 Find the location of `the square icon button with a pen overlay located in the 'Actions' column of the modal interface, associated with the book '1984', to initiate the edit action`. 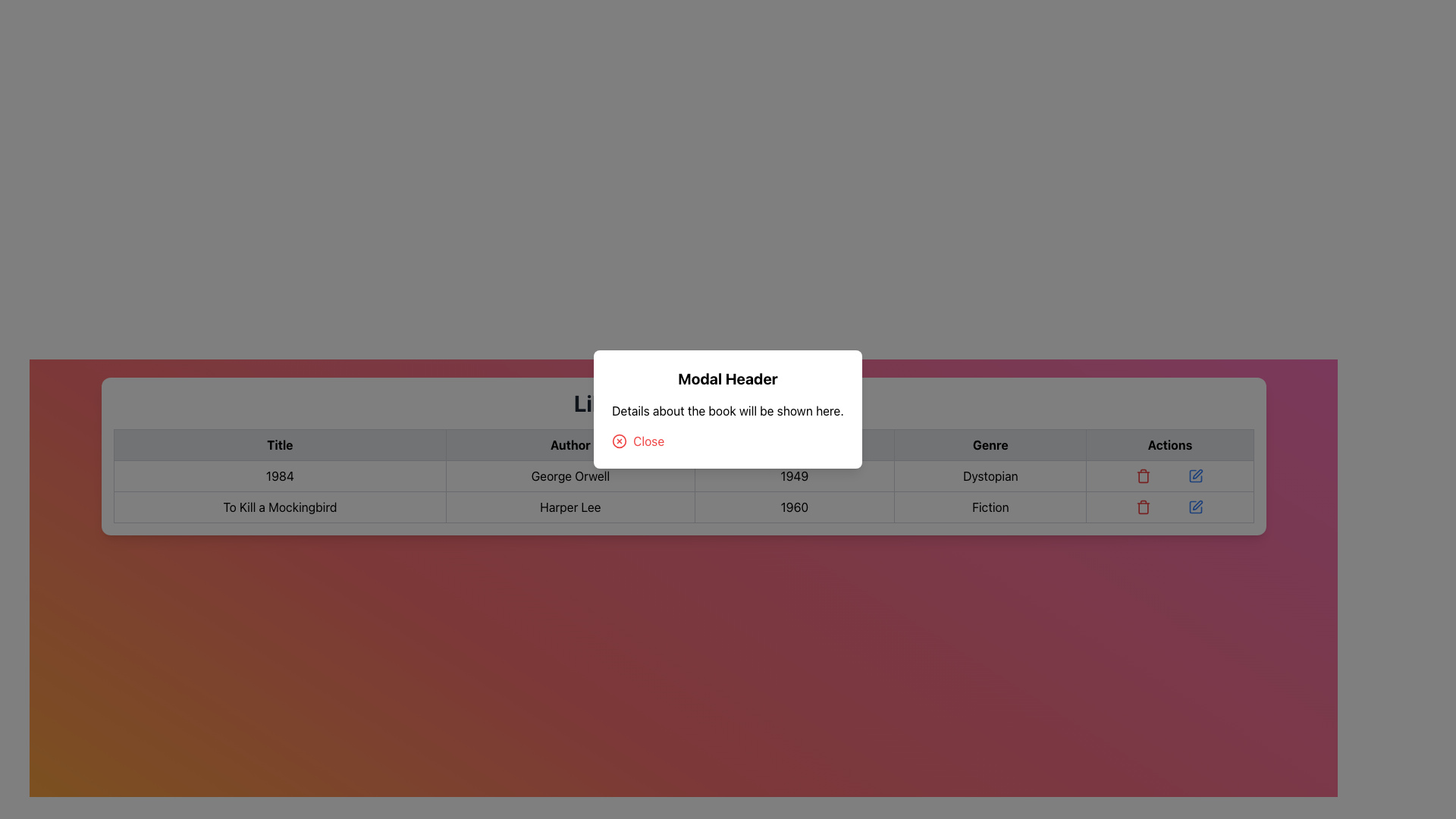

the square icon button with a pen overlay located in the 'Actions' column of the modal interface, associated with the book '1984', to initiate the edit action is located at coordinates (1195, 475).